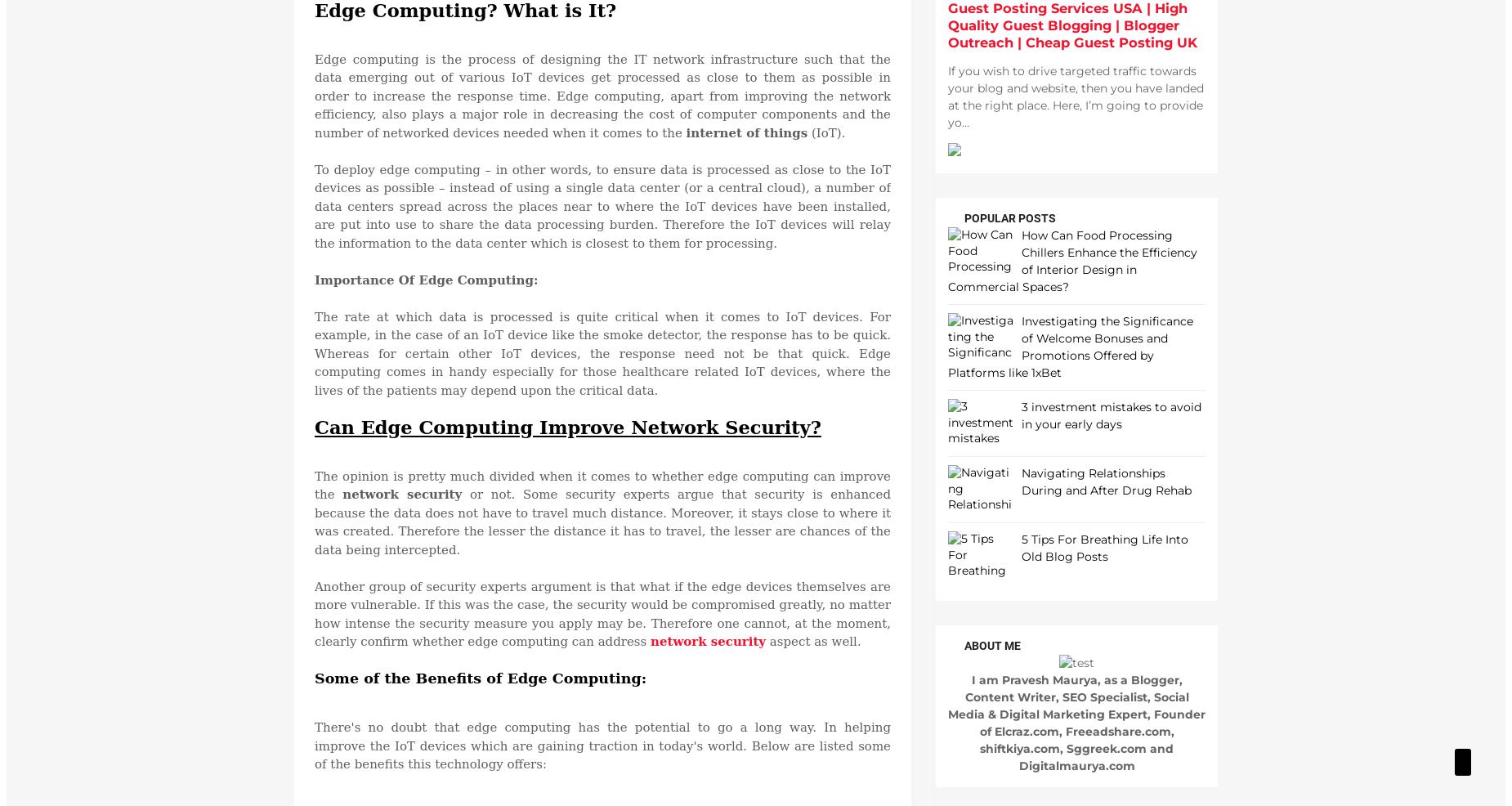 Image resolution: width=1512 pixels, height=806 pixels. Describe the element at coordinates (602, 352) in the screenshot. I see `'The rate at which data is processed is quite
critical when it comes to IoT devices. For example, in the case of an IoT
device like the smoke detector, the response has to be quick. Whereas for
certain other IoT devices, the response need not be that quick. Edge computing comes
in handy especially for those healthcare related IoT devices, where the lives
of the patients may depend upon the critical data.'` at that location.